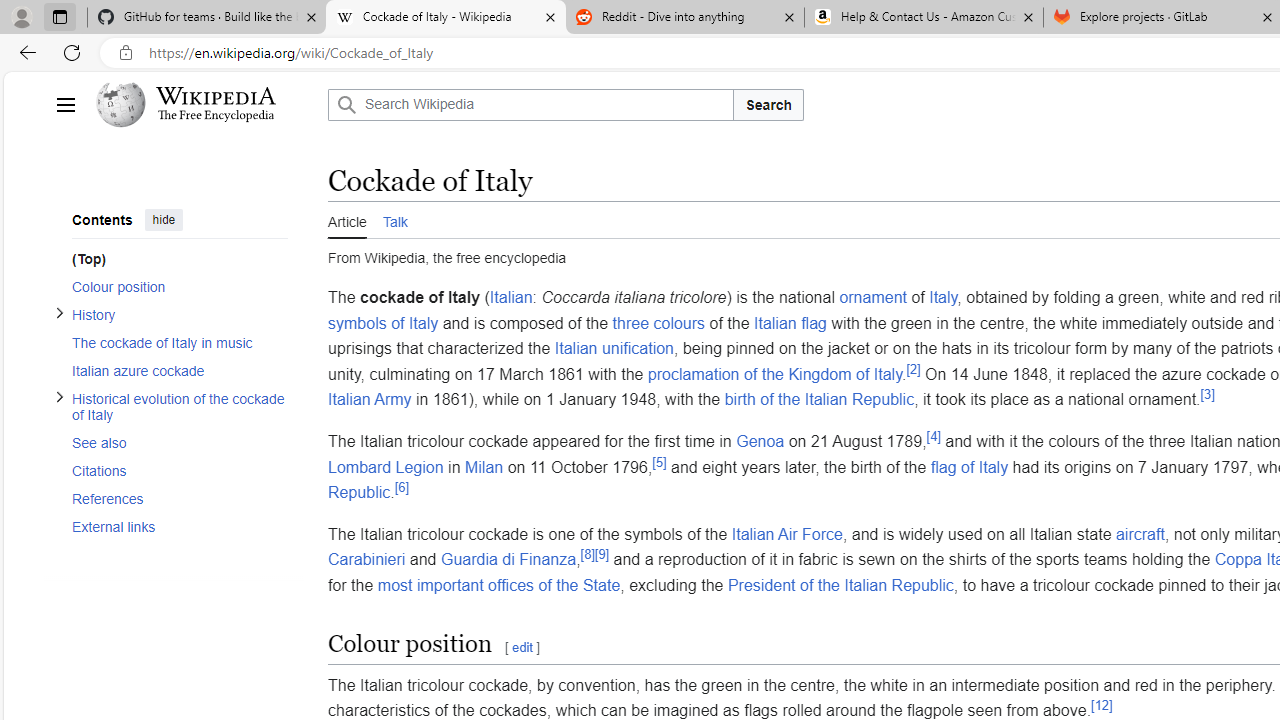  Describe the element at coordinates (601, 555) in the screenshot. I see `'[9]'` at that location.